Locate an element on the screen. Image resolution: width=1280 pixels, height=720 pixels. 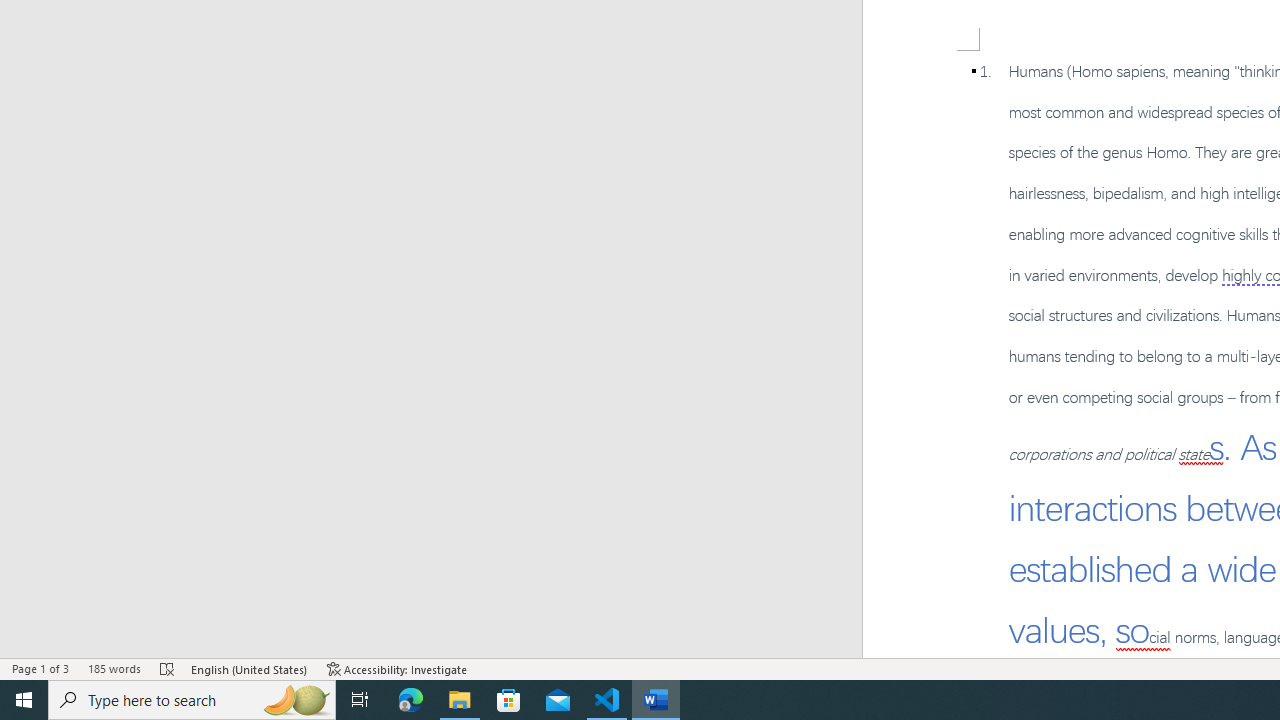
'Page Number Page 1 of 3' is located at coordinates (40, 669).